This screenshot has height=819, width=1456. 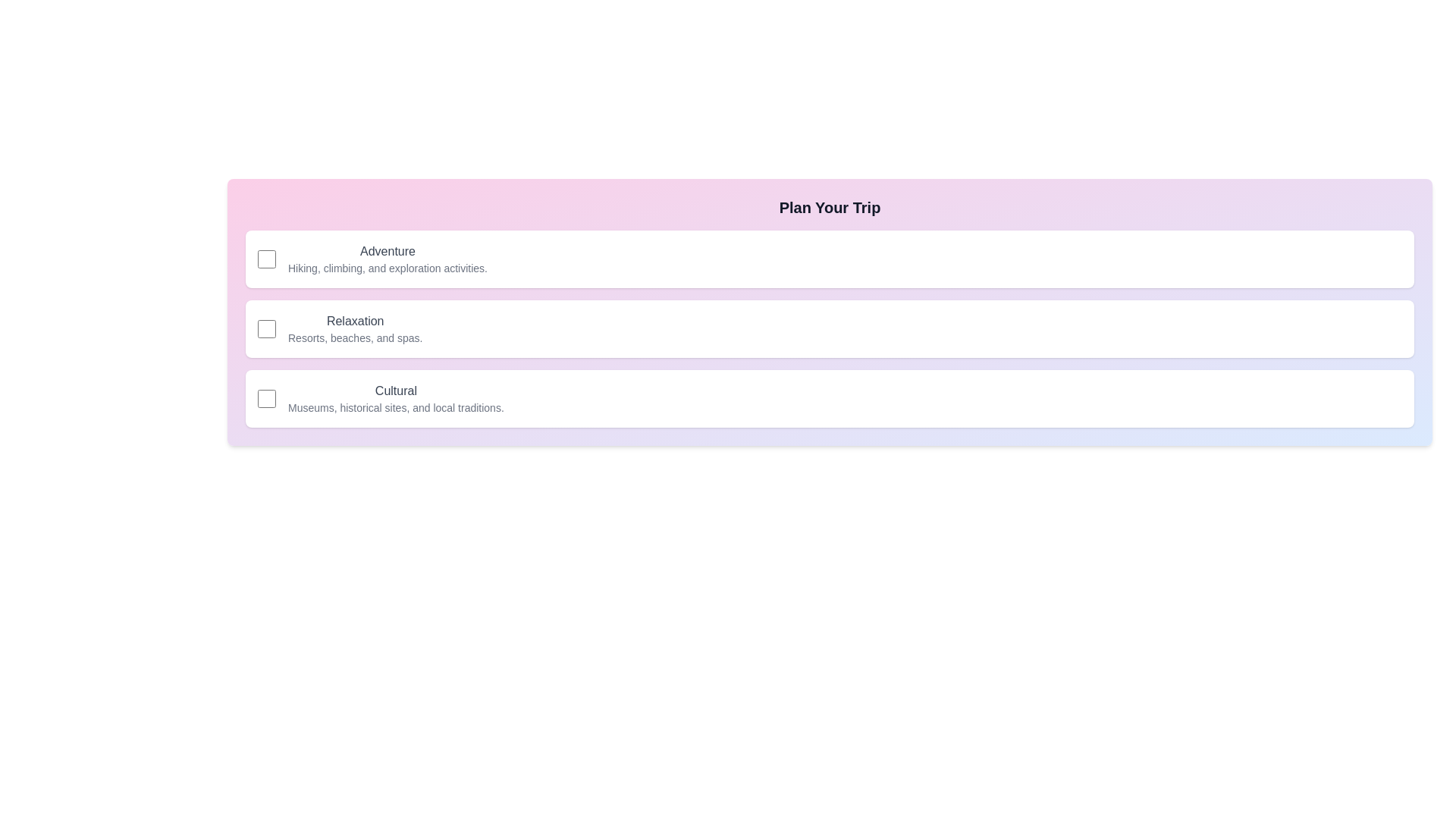 What do you see at coordinates (75, 76) in the screenshot?
I see `the background area outside the list items` at bounding box center [75, 76].